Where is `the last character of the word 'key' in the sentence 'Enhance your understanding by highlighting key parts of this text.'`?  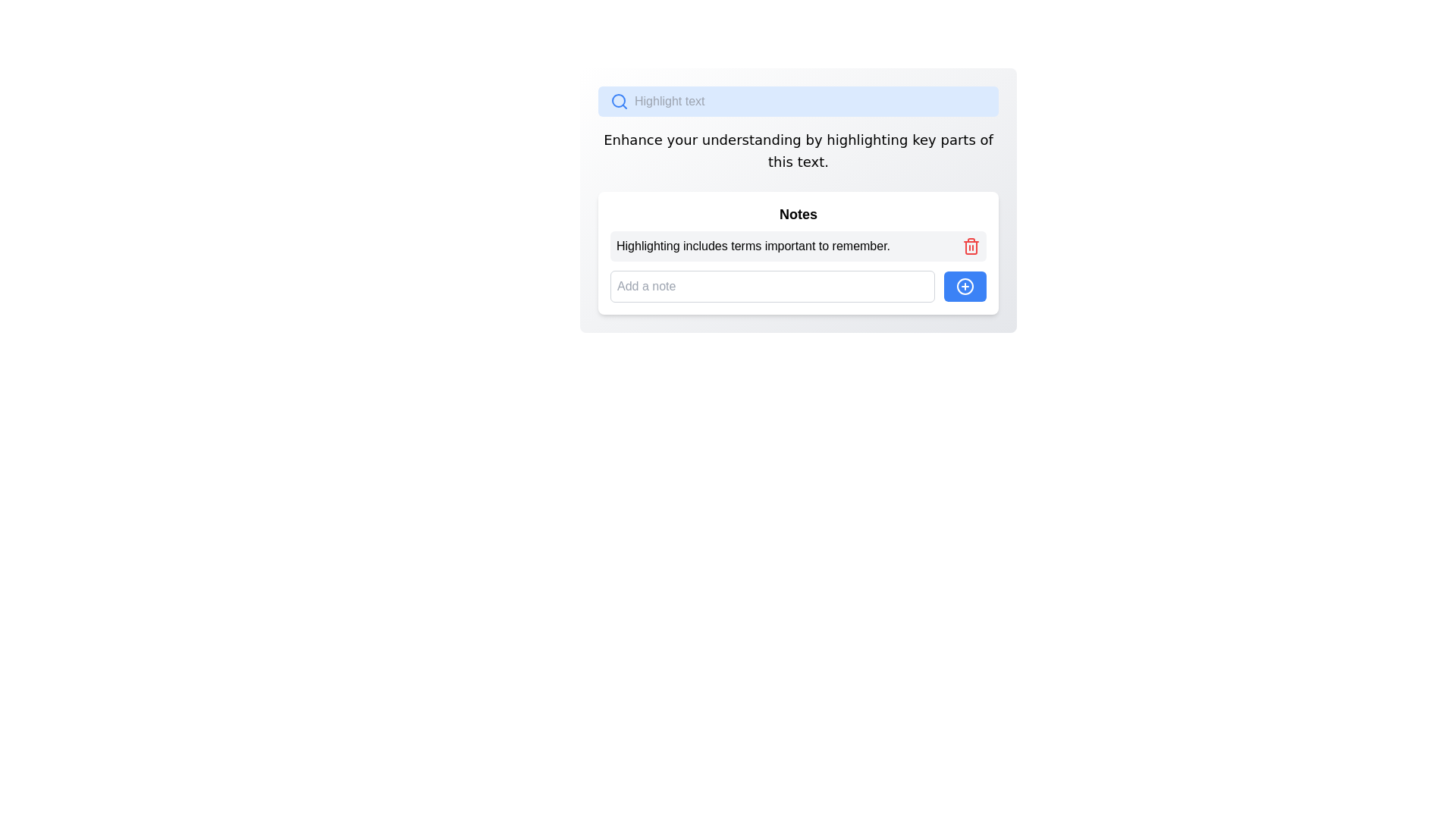
the last character of the word 'key' in the sentence 'Enhance your understanding by highlighting key parts of this text.' is located at coordinates (923, 140).